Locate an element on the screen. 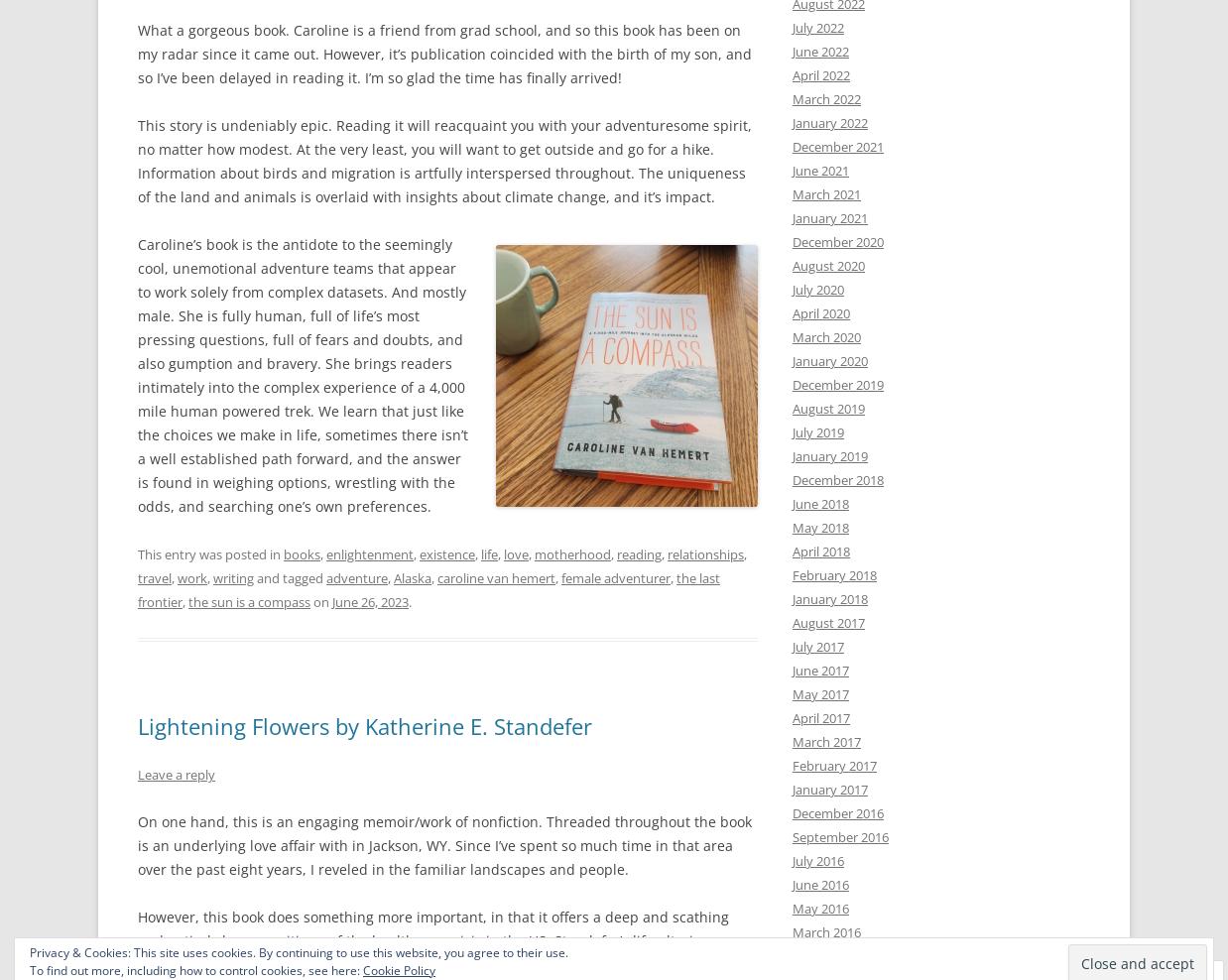 Image resolution: width=1228 pixels, height=980 pixels. 'June 2022' is located at coordinates (793, 50).